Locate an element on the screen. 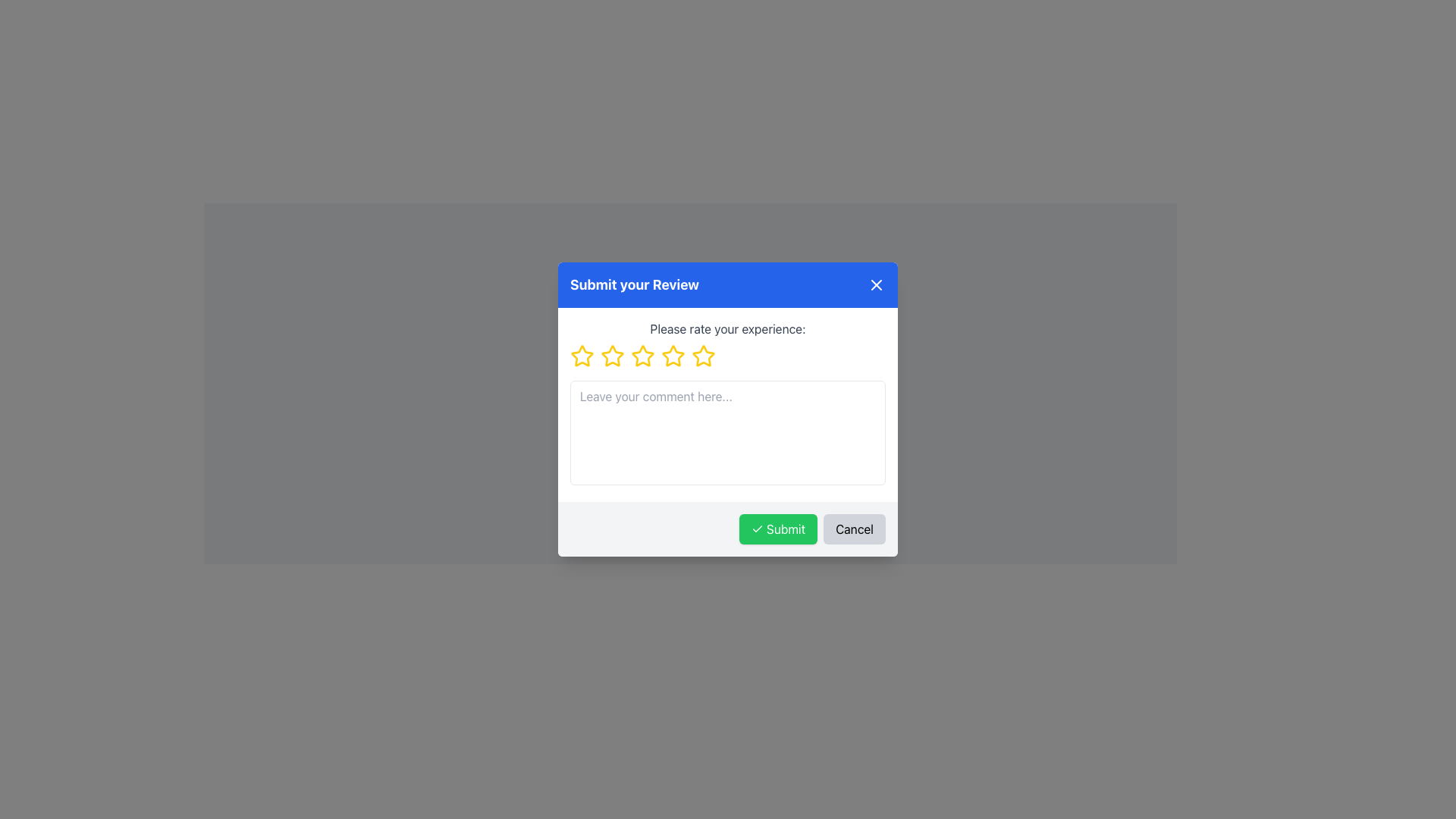 The width and height of the screenshot is (1456, 819). the first star icon in the rating system located in the modal dialog box is located at coordinates (581, 356).